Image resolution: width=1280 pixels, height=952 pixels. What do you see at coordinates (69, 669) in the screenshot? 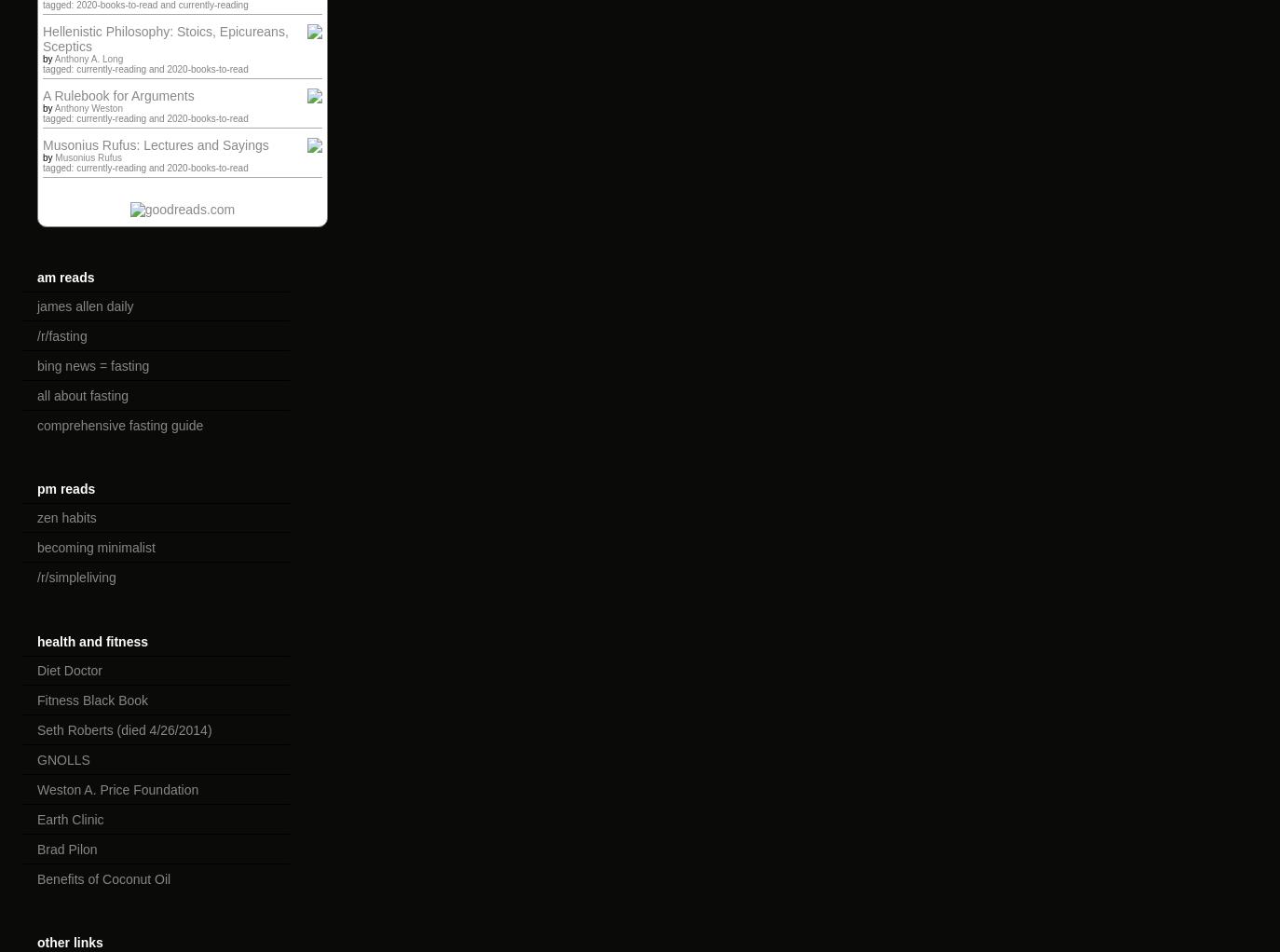
I see `'Diet Doctor'` at bounding box center [69, 669].